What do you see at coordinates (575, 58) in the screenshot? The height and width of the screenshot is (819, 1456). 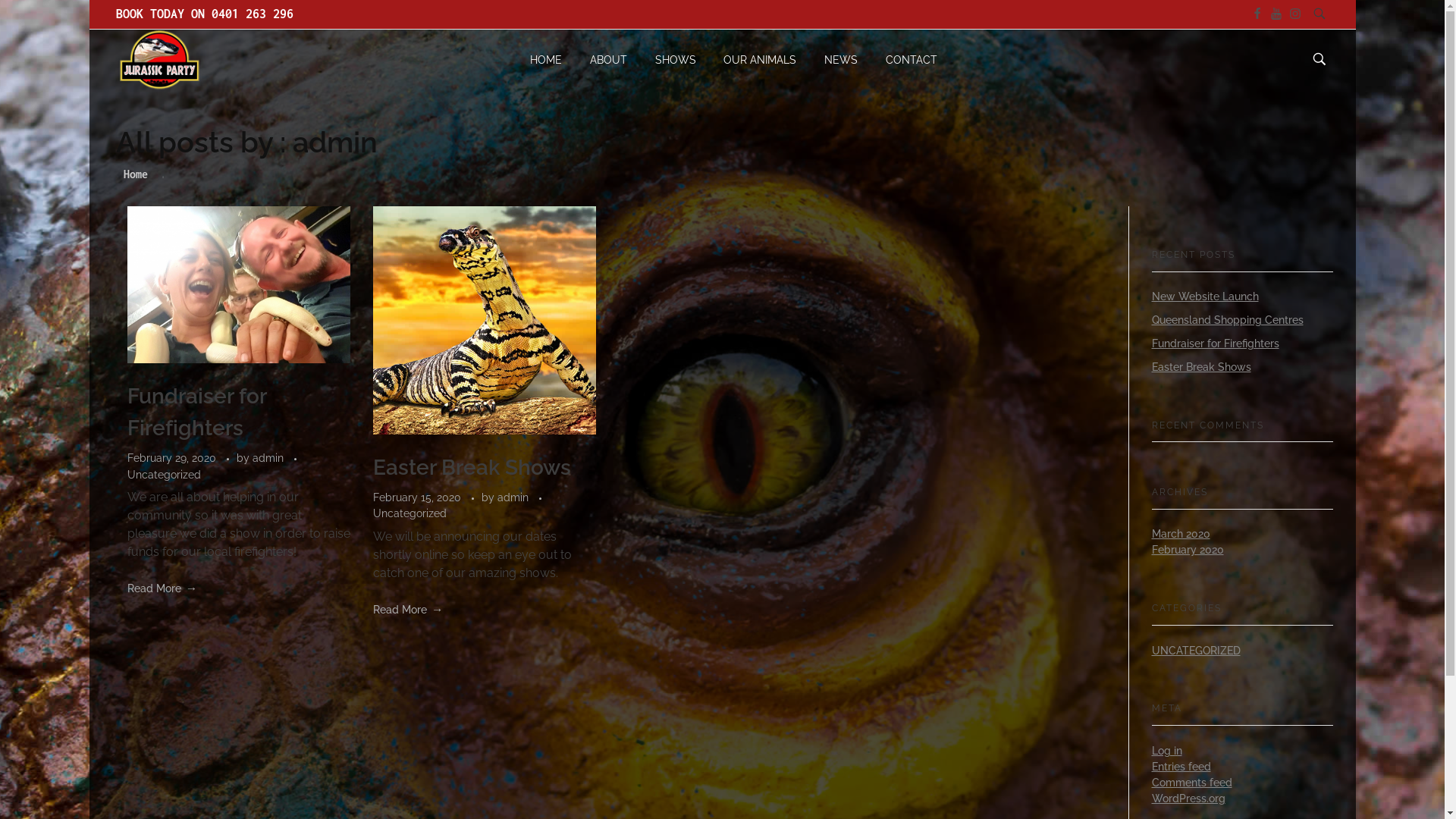 I see `'ABOUT'` at bounding box center [575, 58].